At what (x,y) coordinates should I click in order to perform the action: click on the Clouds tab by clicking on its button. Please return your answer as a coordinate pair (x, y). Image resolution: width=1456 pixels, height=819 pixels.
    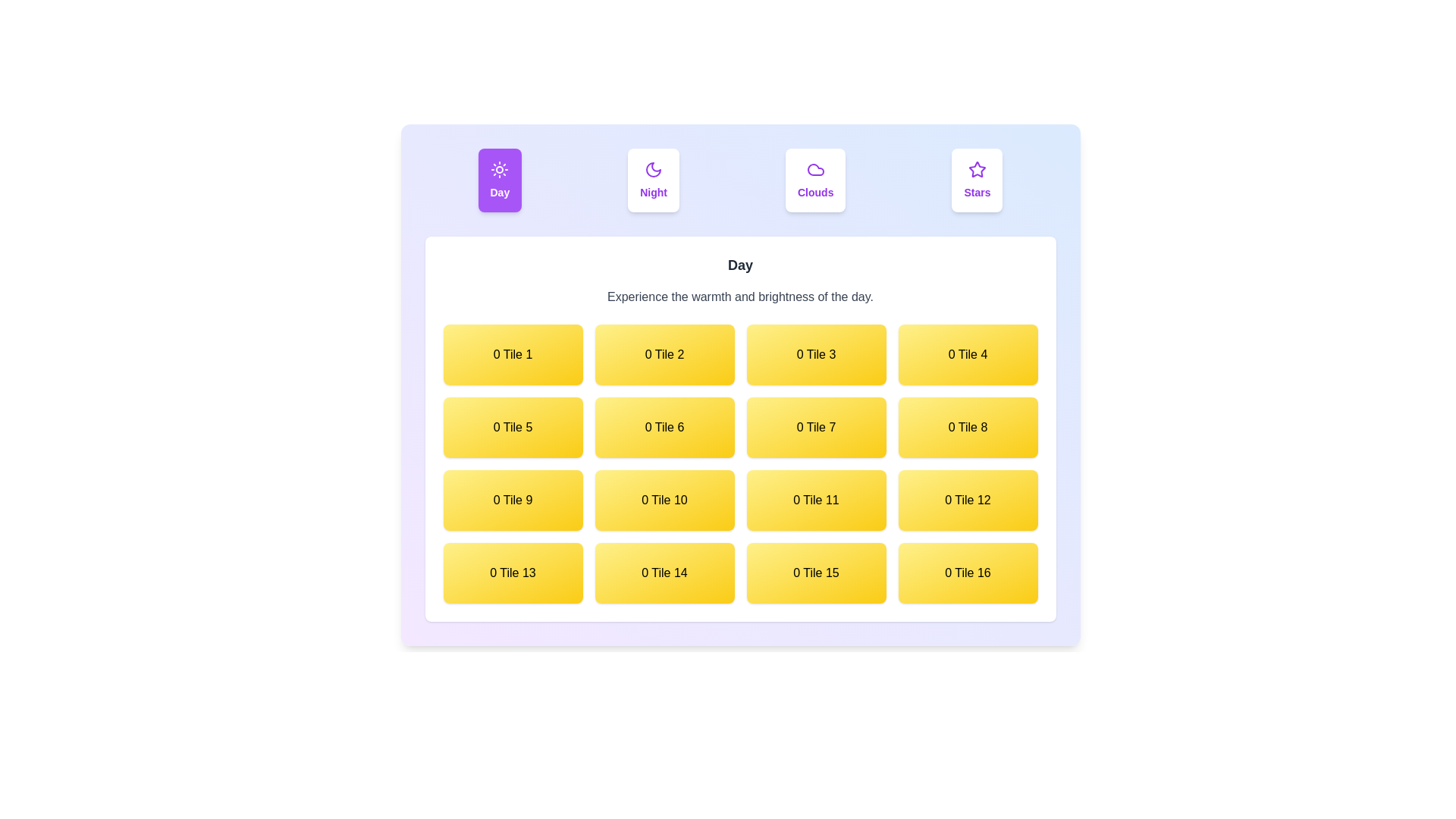
    Looking at the image, I should click on (814, 180).